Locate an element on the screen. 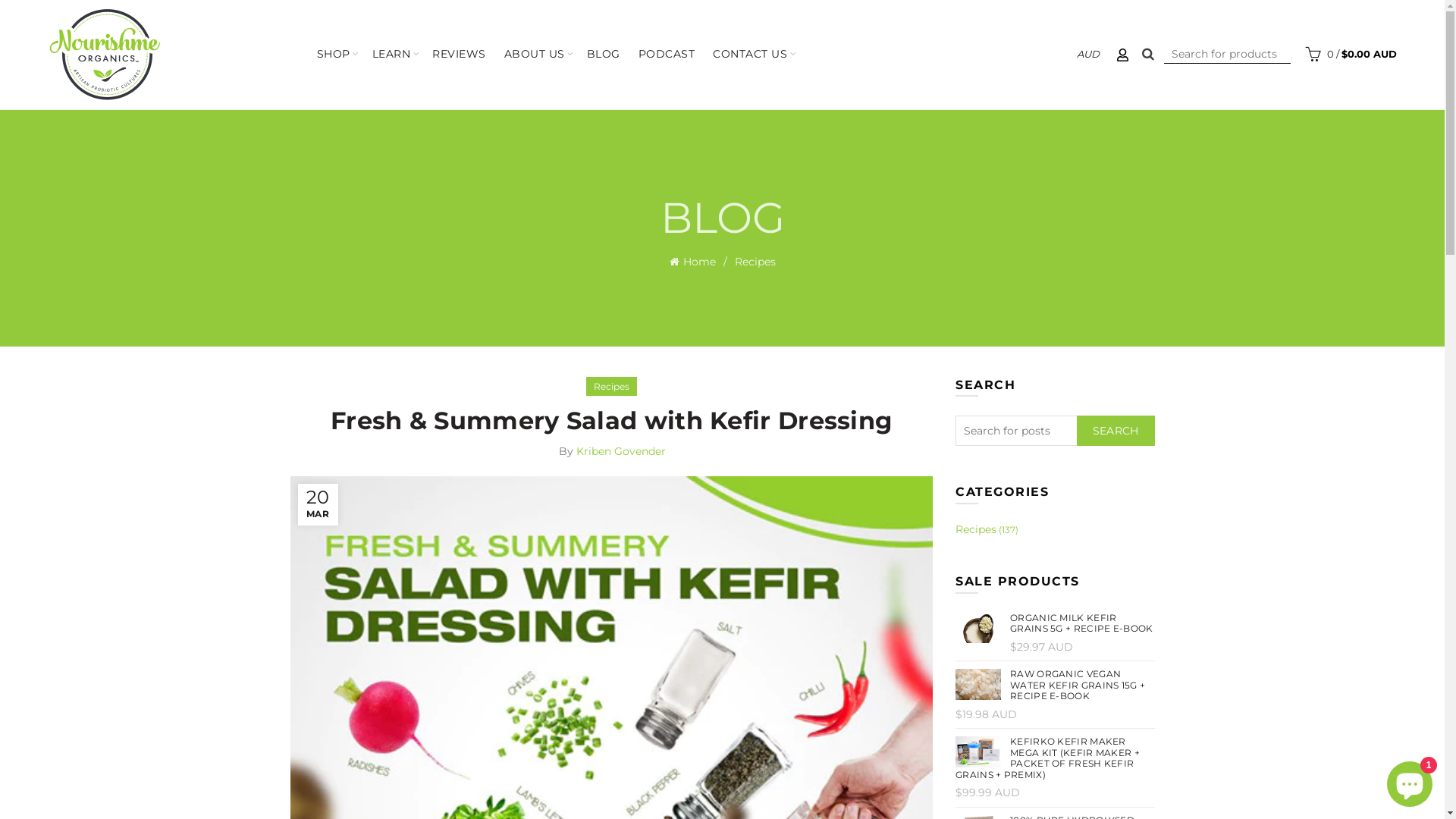 The image size is (1456, 819). 'ABOUT US' is located at coordinates (535, 53).